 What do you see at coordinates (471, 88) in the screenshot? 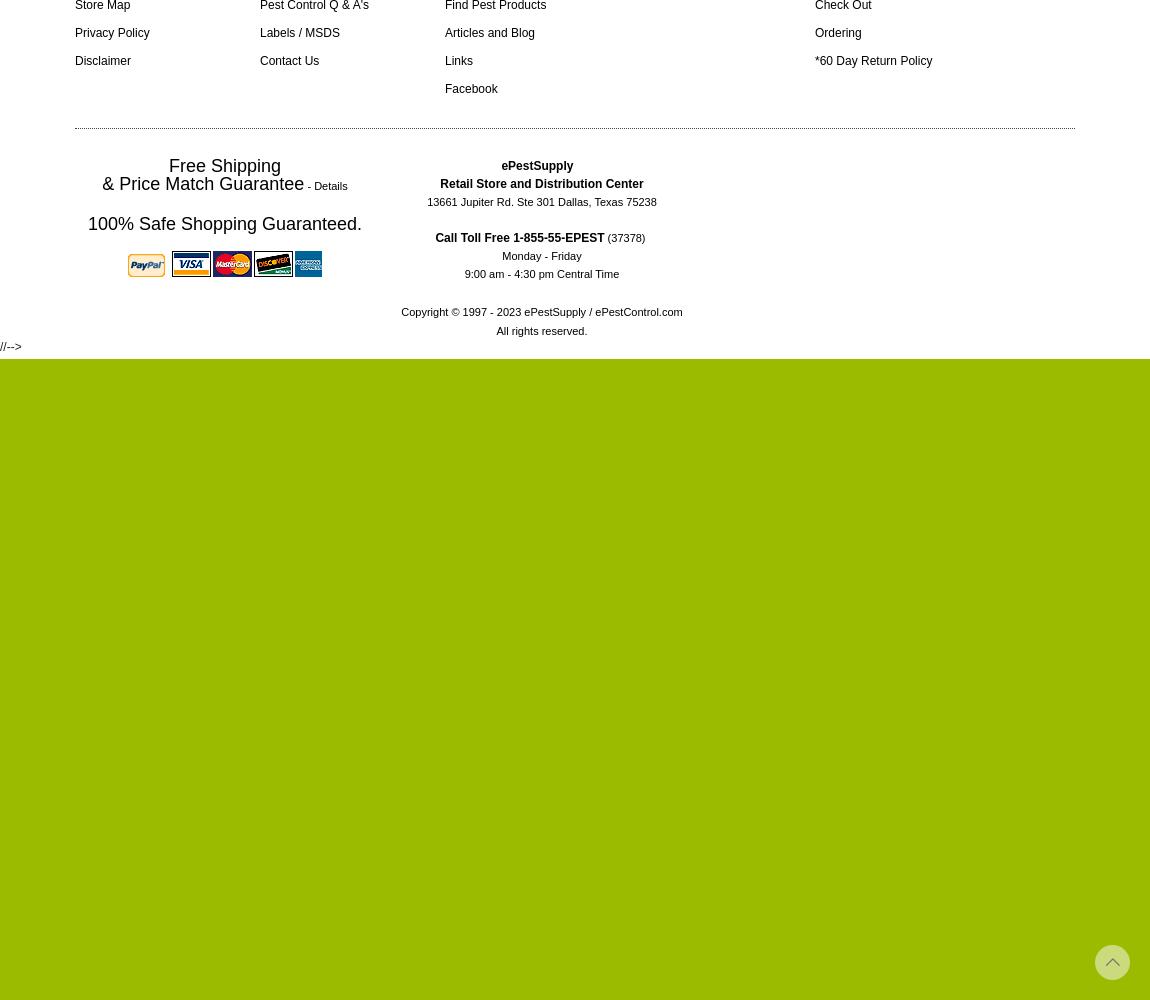
I see `'Facebook'` at bounding box center [471, 88].